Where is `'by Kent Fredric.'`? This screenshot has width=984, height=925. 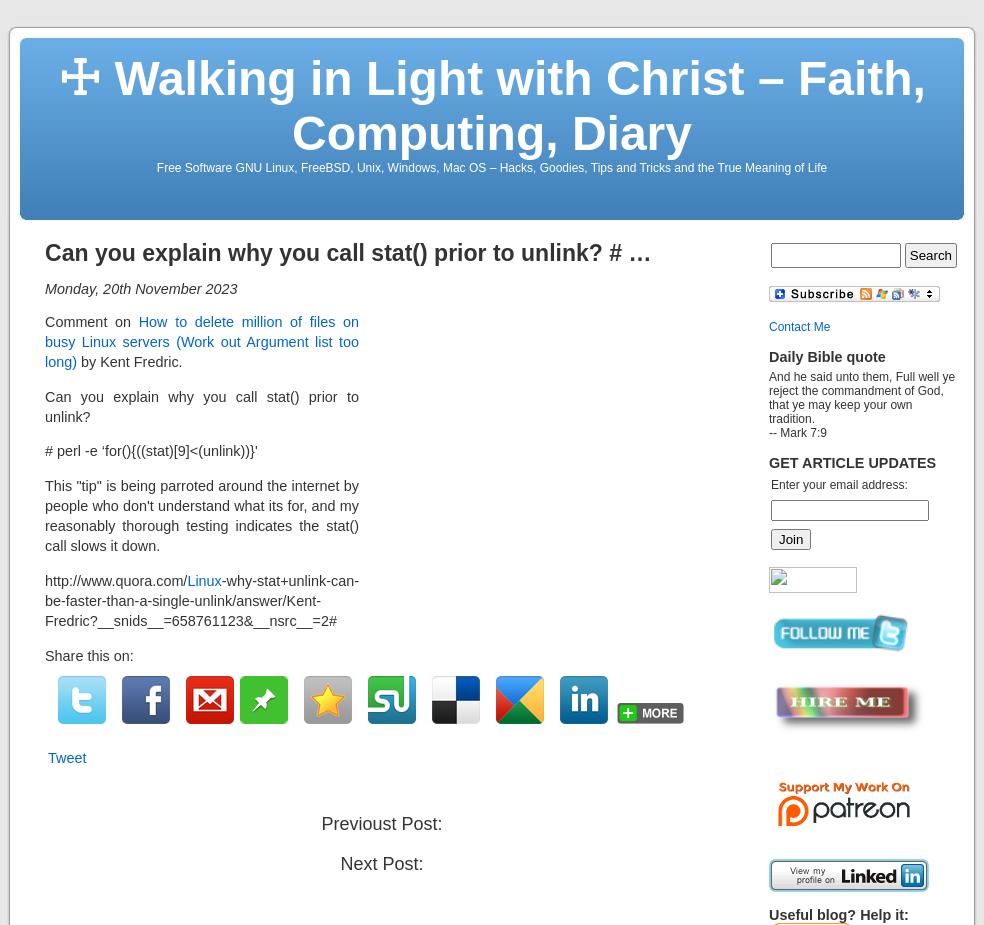
'by Kent Fredric.' is located at coordinates (129, 361).